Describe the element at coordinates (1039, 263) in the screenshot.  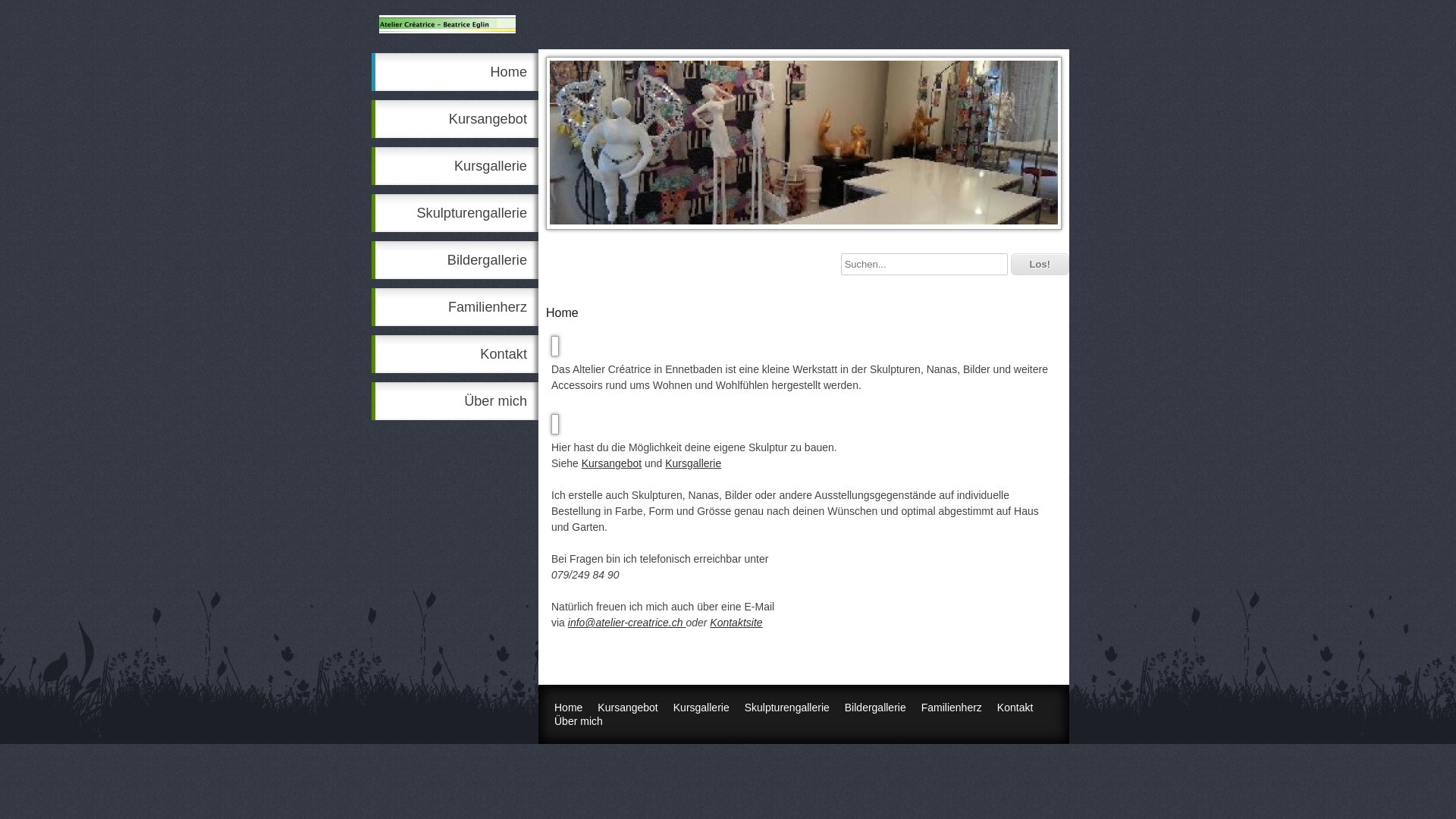
I see `'Los!'` at that location.